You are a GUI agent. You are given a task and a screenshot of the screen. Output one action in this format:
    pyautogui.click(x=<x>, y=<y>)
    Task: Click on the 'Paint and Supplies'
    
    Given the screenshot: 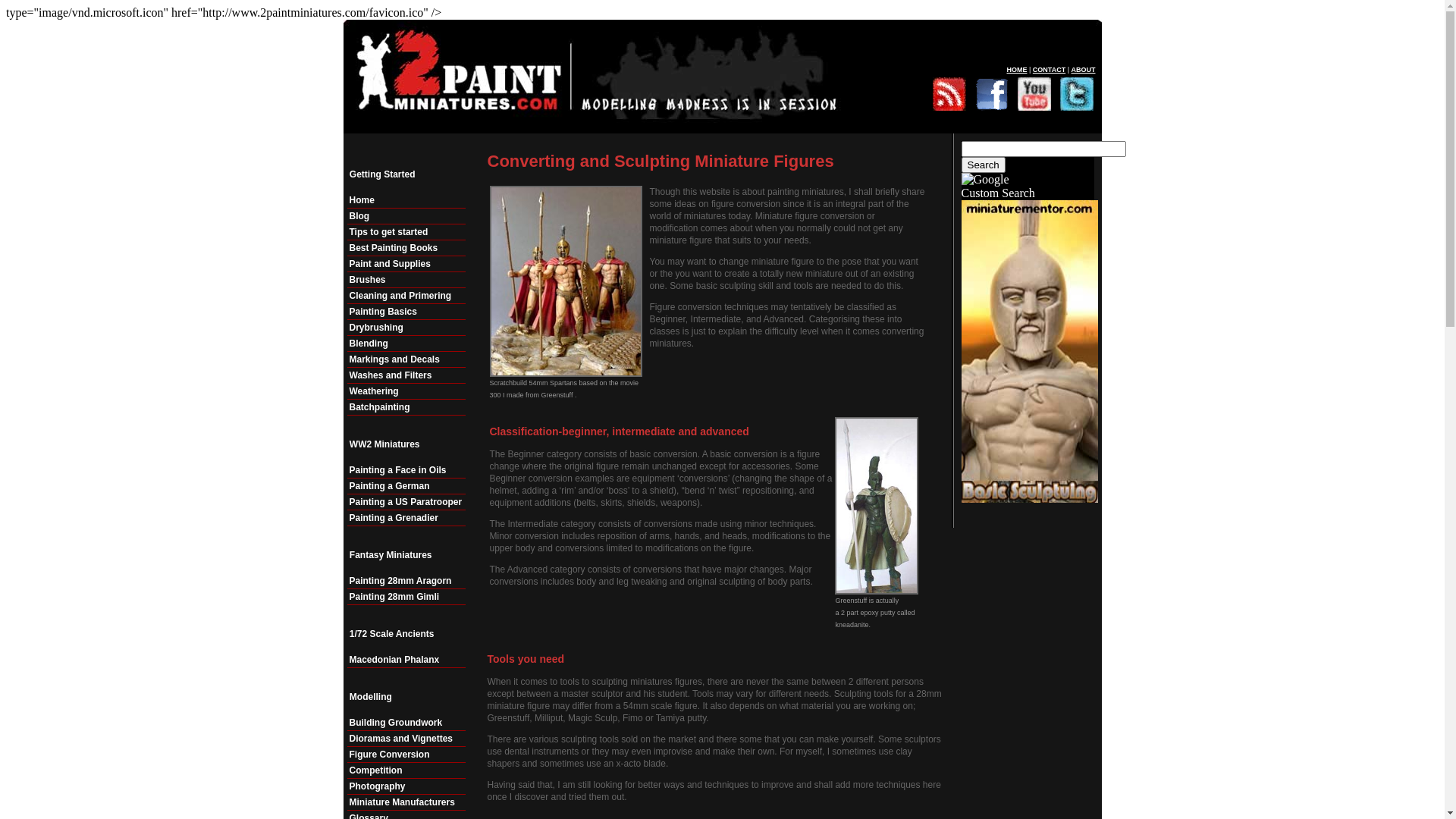 What is the action you would take?
    pyautogui.click(x=406, y=263)
    